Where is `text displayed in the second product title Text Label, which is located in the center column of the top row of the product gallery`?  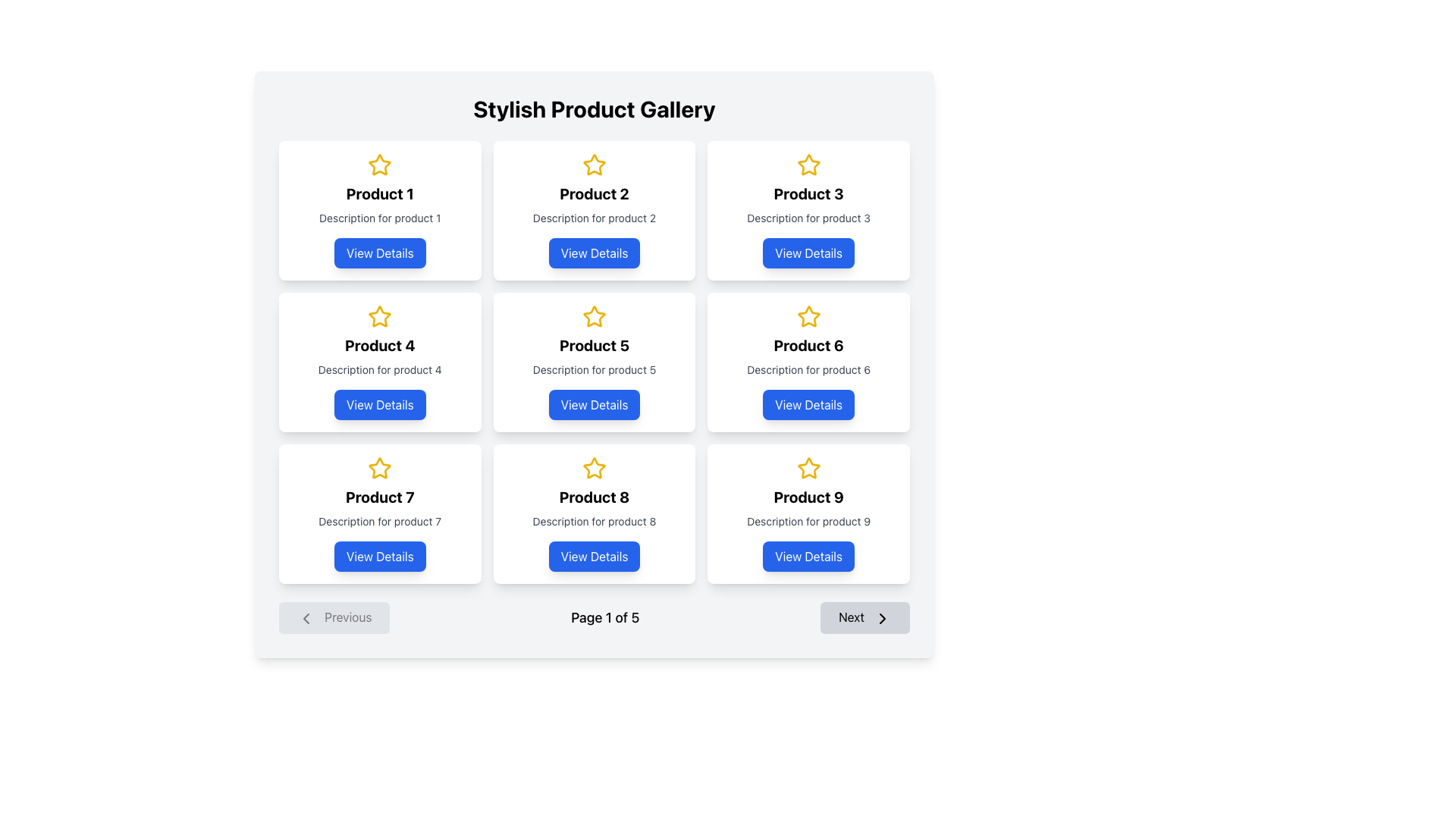
text displayed in the second product title Text Label, which is located in the center column of the top row of the product gallery is located at coordinates (593, 193).